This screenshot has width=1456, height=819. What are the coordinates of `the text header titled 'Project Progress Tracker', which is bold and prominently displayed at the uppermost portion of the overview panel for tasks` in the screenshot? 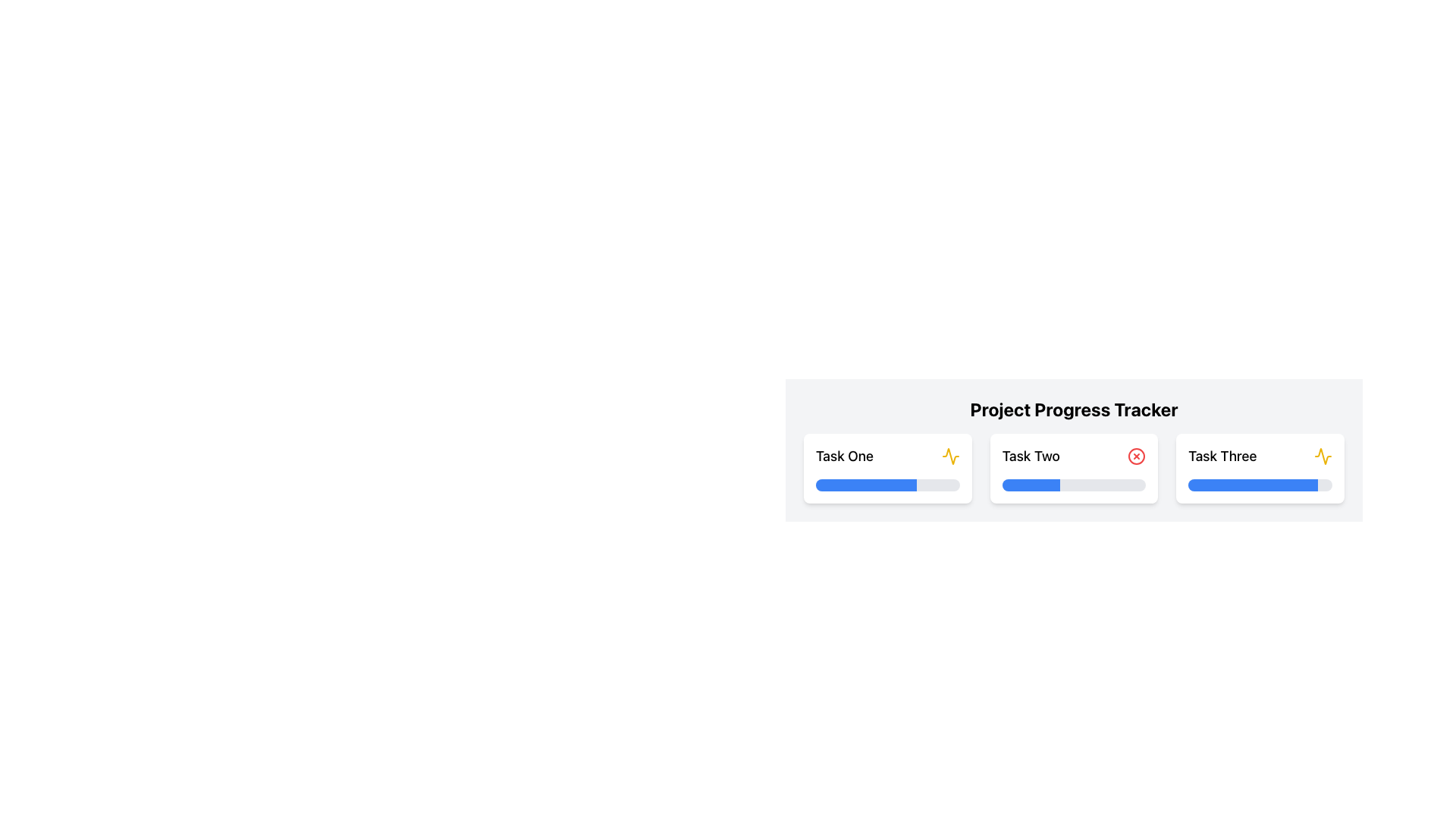 It's located at (1073, 409).